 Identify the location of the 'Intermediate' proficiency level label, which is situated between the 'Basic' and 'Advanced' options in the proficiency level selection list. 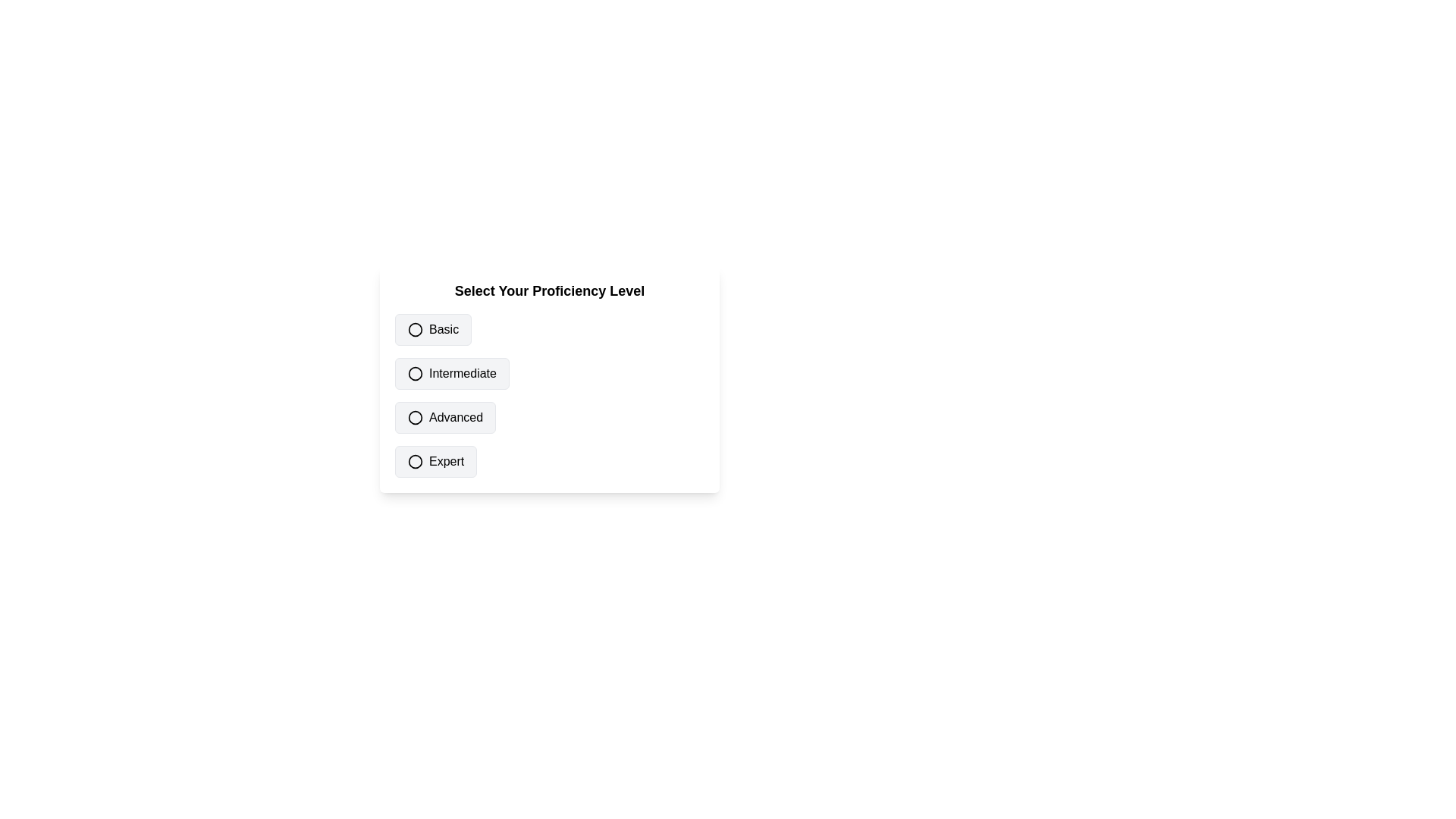
(462, 374).